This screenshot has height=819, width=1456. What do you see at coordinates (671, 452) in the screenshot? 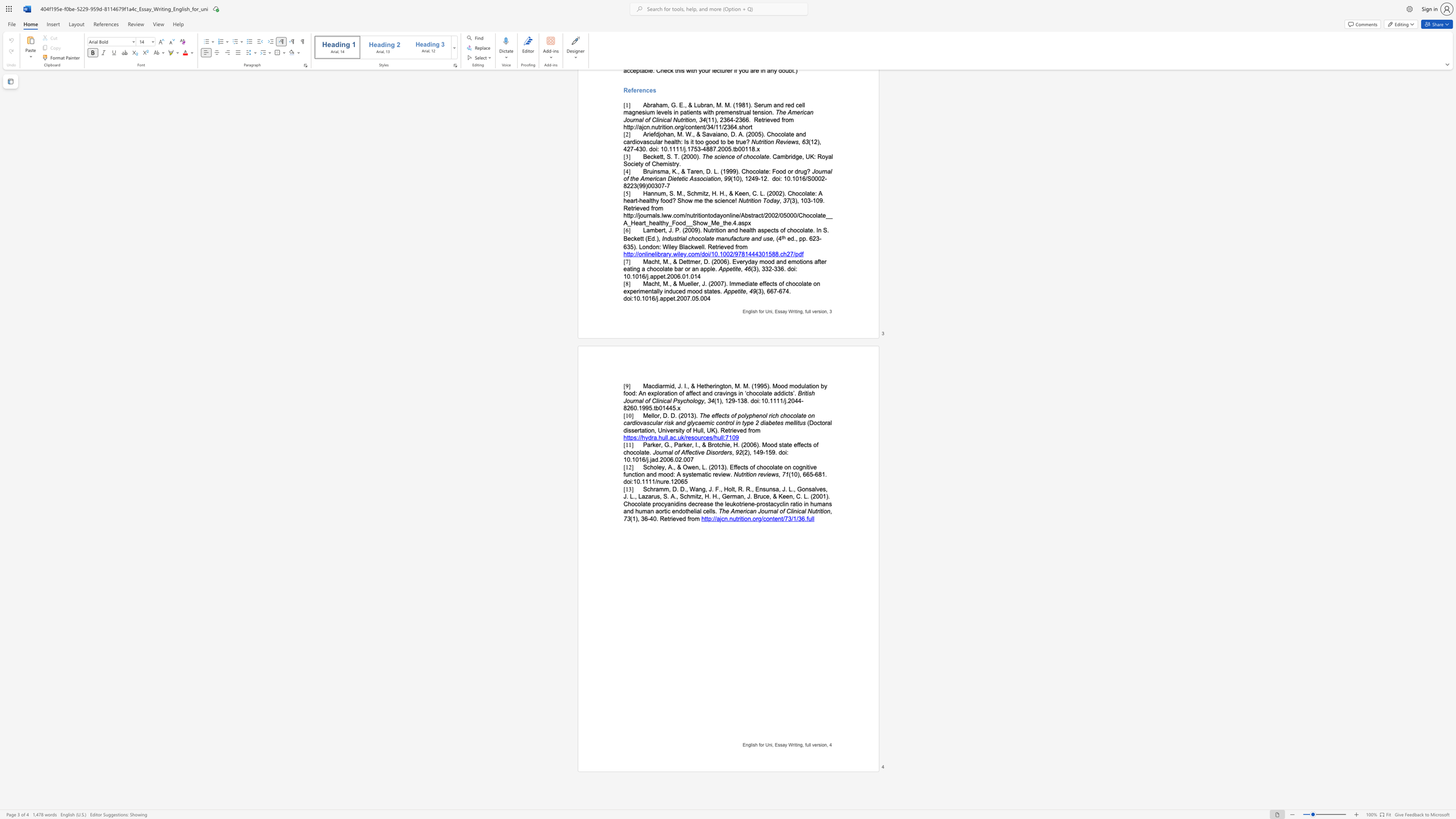
I see `the 1th character "l" in the text` at bounding box center [671, 452].